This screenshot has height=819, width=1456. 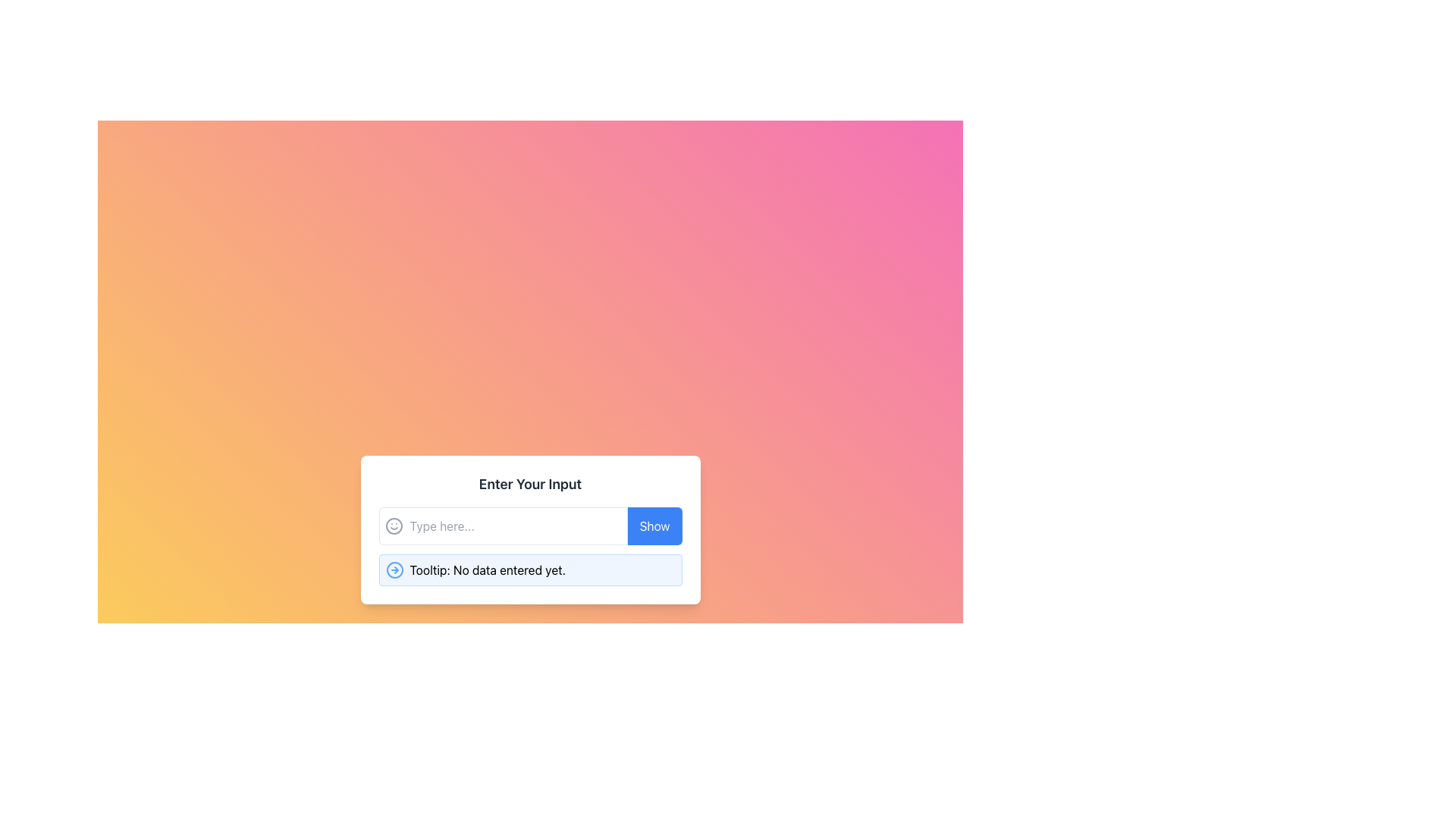 What do you see at coordinates (394, 526) in the screenshot?
I see `the circular SVG element that is part of a small decorative icon located to the left of the input text field labeled 'Type here...'` at bounding box center [394, 526].